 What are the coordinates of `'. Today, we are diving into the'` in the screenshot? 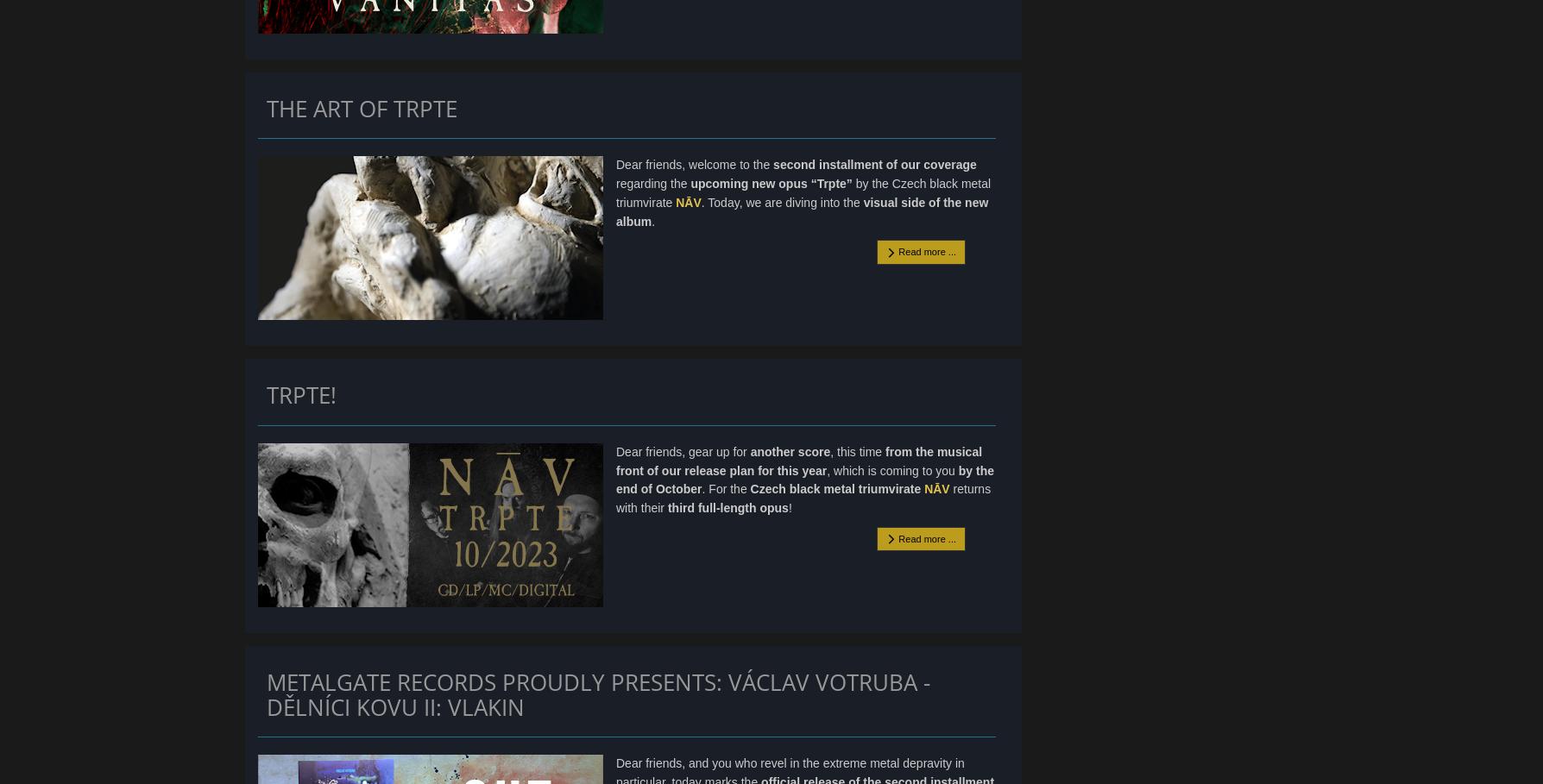 It's located at (781, 200).